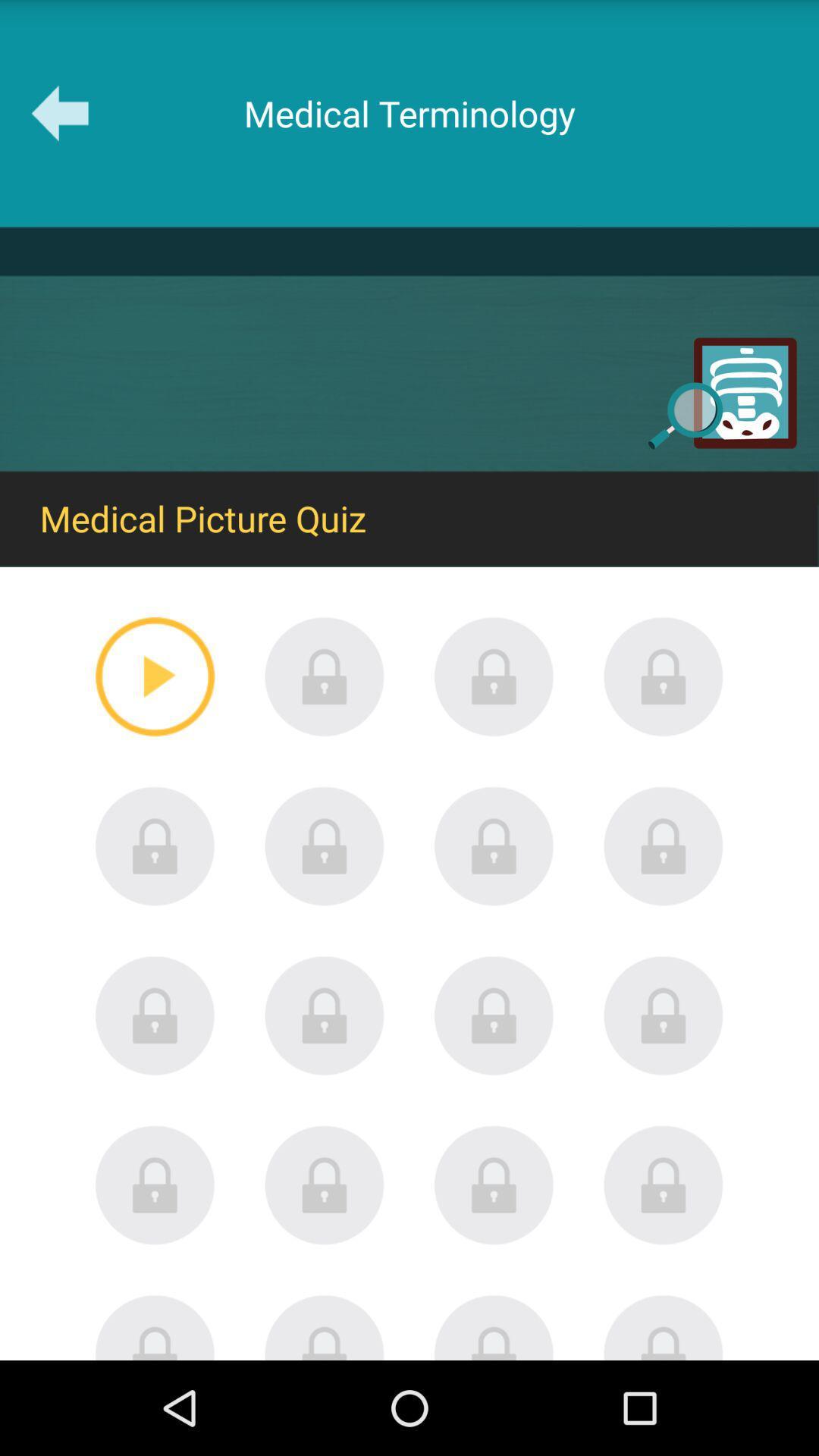 This screenshot has width=819, height=1456. What do you see at coordinates (324, 1185) in the screenshot?
I see `locked button icon` at bounding box center [324, 1185].